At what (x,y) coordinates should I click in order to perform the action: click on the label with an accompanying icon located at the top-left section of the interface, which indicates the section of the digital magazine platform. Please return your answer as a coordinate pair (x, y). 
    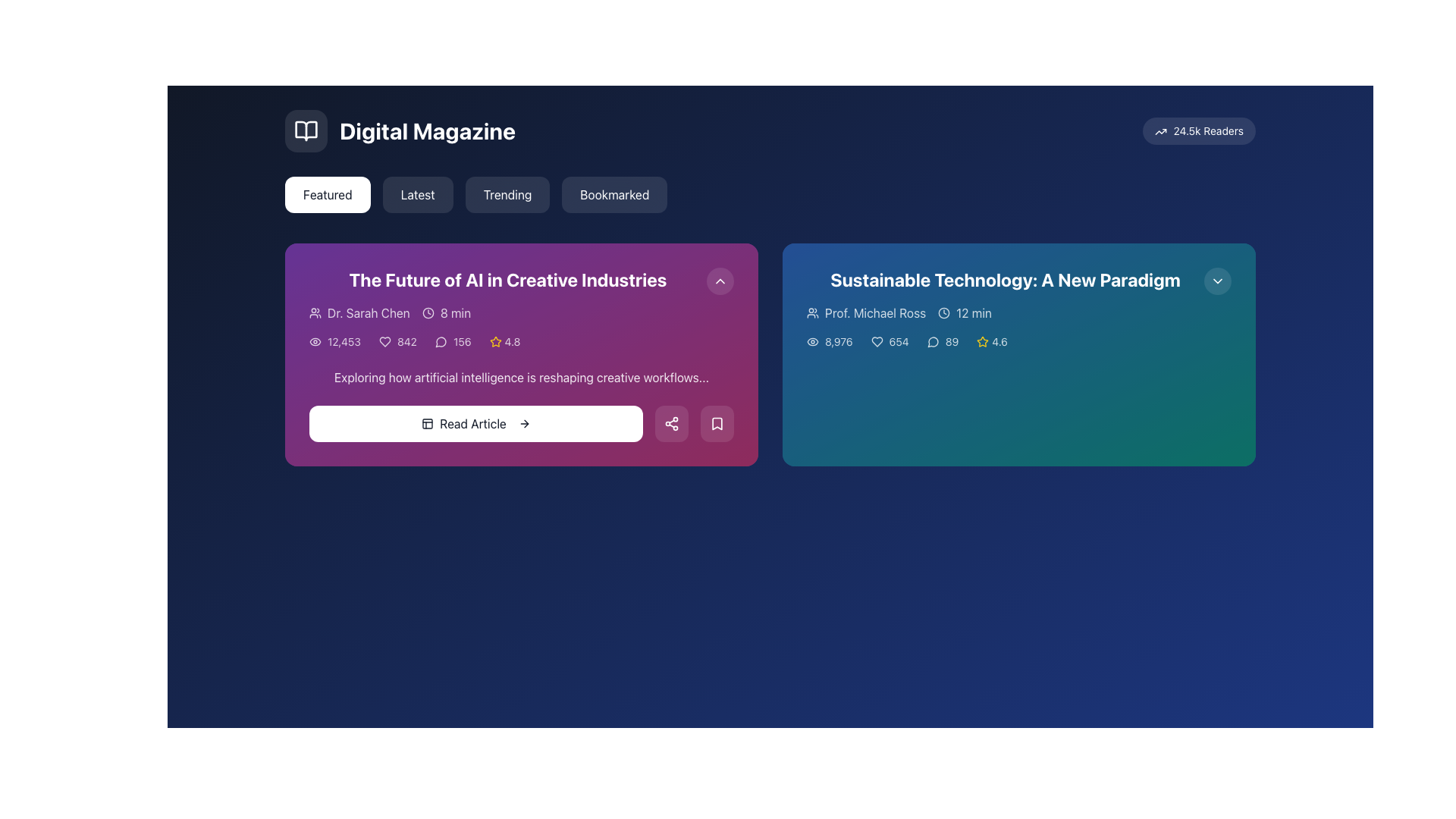
    Looking at the image, I should click on (400, 130).